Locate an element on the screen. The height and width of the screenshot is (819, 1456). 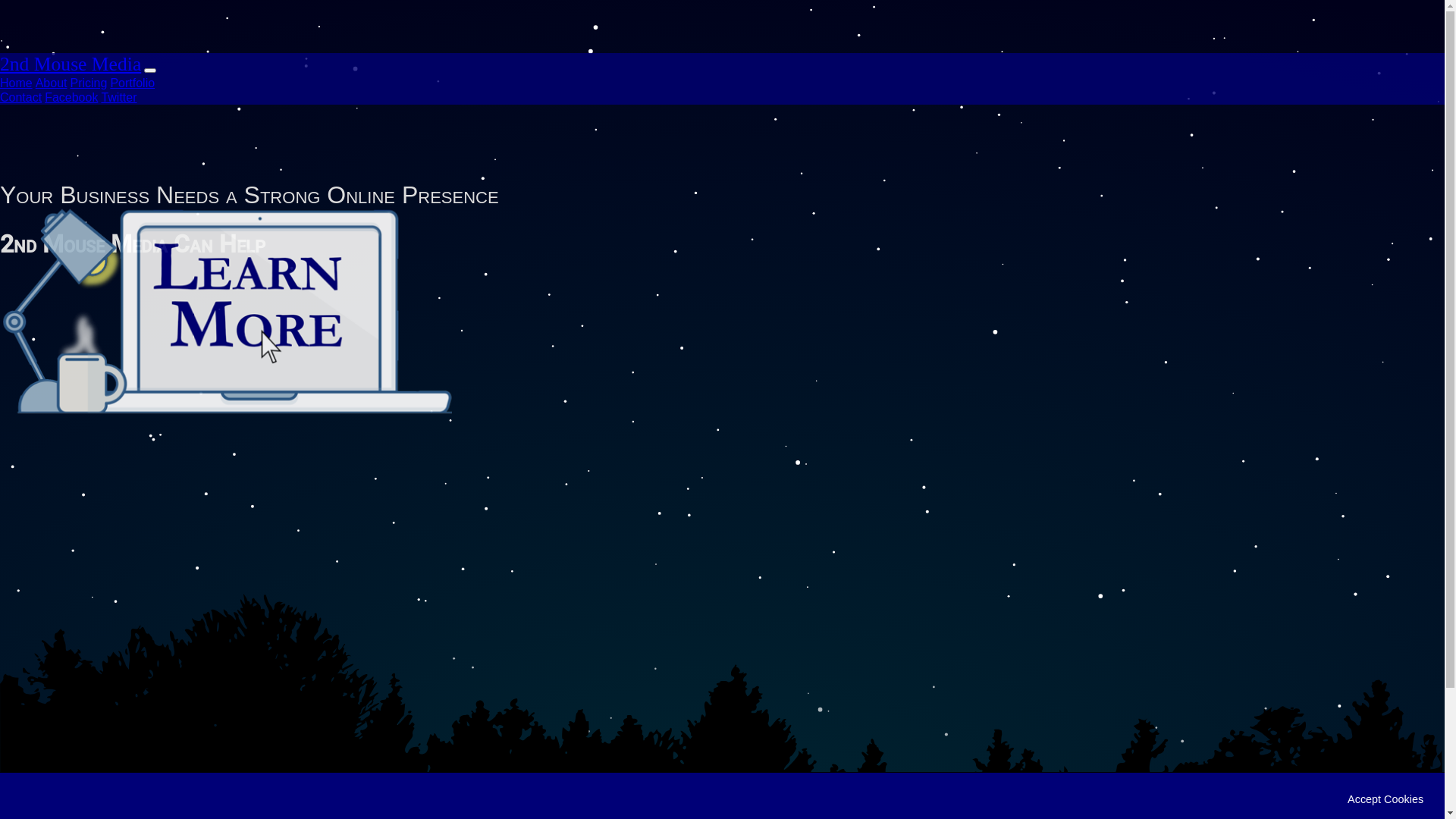
'About' is located at coordinates (51, 83).